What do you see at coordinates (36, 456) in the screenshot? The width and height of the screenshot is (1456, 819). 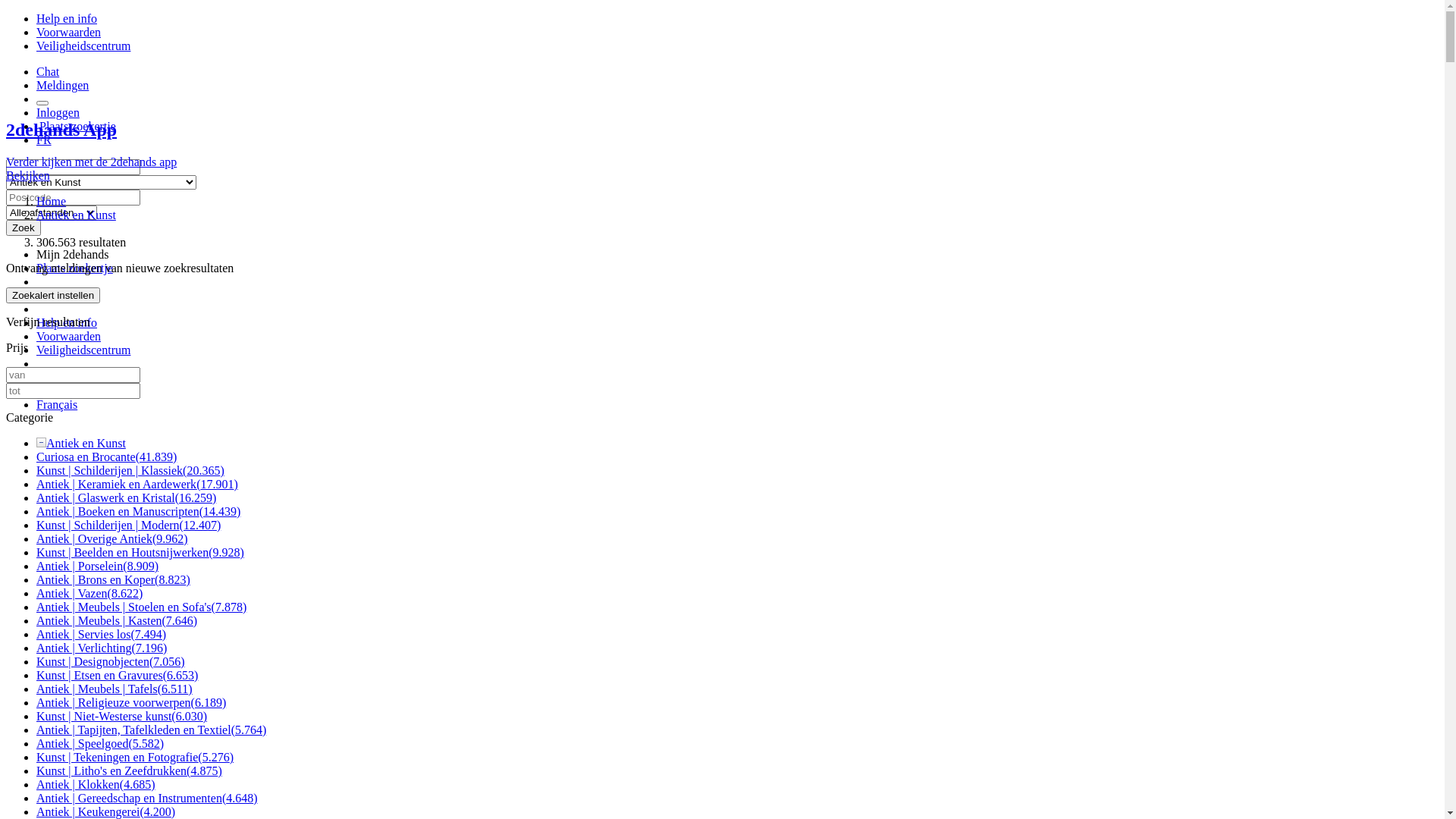 I see `'Curiosa en Brocante(41.839)'` at bounding box center [36, 456].